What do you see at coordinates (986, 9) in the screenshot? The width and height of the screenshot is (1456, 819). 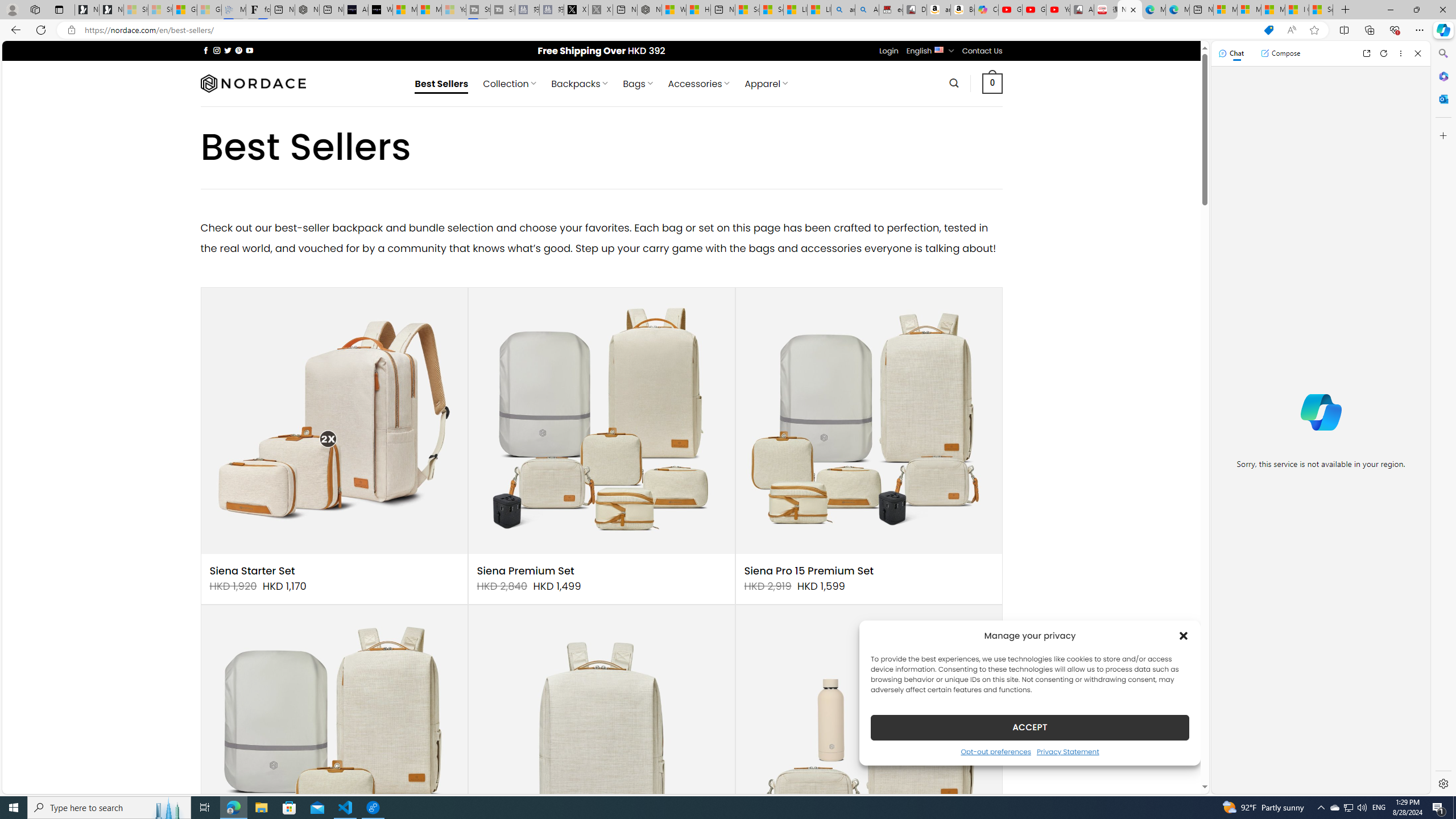 I see `'Copilot'` at bounding box center [986, 9].